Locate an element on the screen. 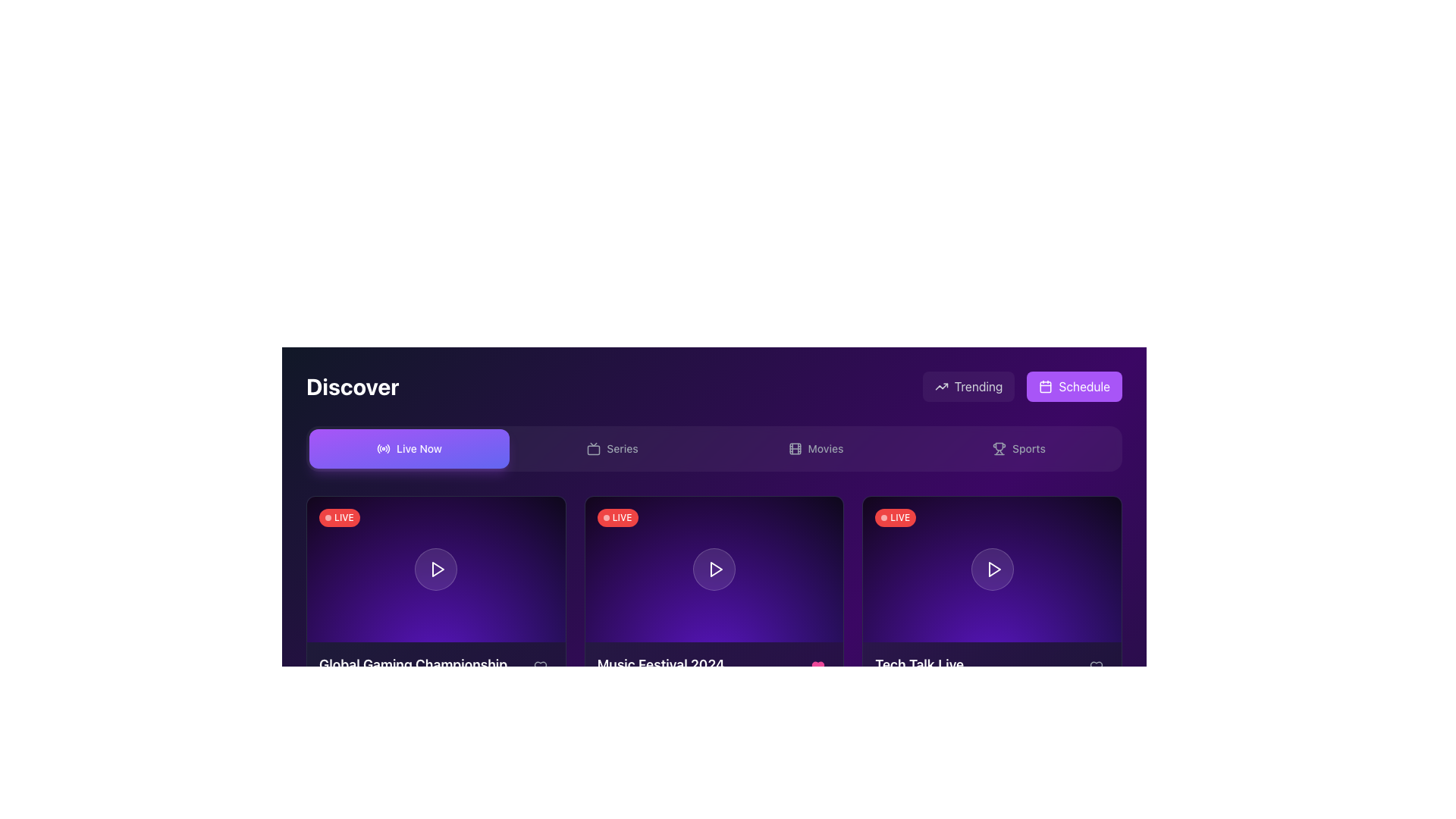 The image size is (1456, 819). the playback button located at the center of the circular icon in the first media card of the lower row to interact is located at coordinates (437, 569).